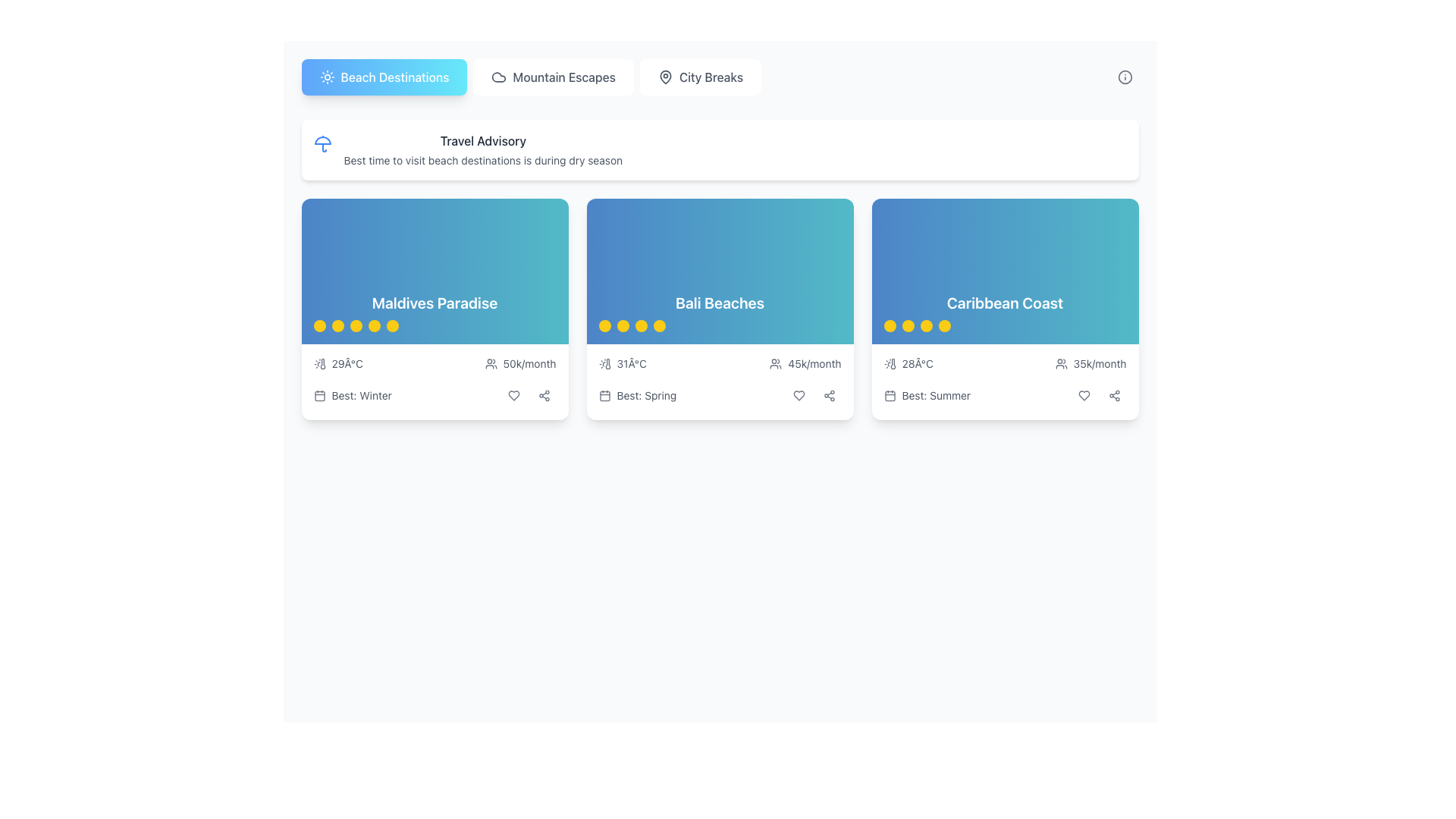 The height and width of the screenshot is (819, 1456). Describe the element at coordinates (607, 363) in the screenshot. I see `the thermometer icon located in the second card, which visually represents temperature information and is adjacent to the numeric temperature display` at that location.